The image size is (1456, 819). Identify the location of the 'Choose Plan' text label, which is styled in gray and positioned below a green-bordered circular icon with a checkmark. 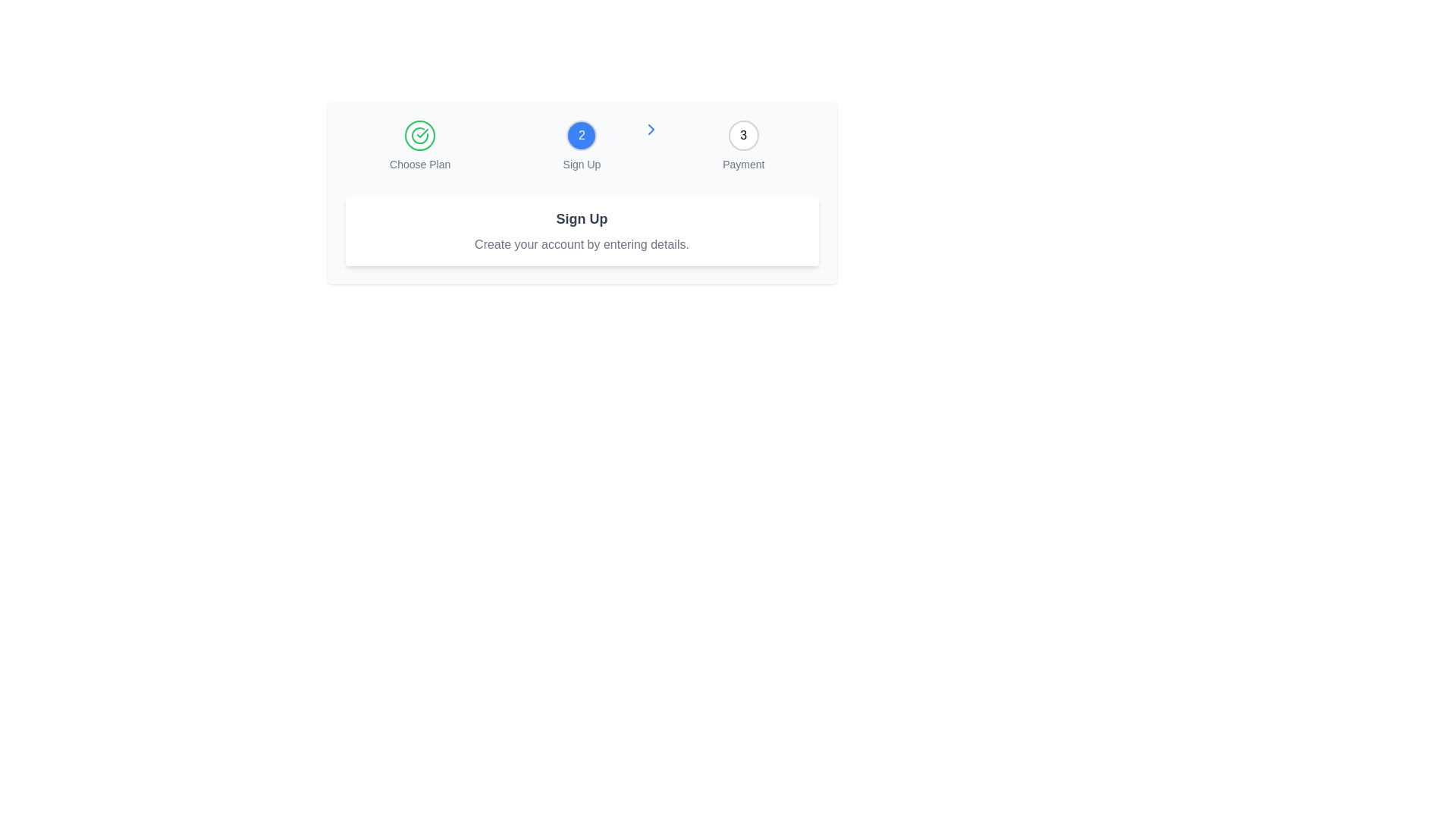
(420, 164).